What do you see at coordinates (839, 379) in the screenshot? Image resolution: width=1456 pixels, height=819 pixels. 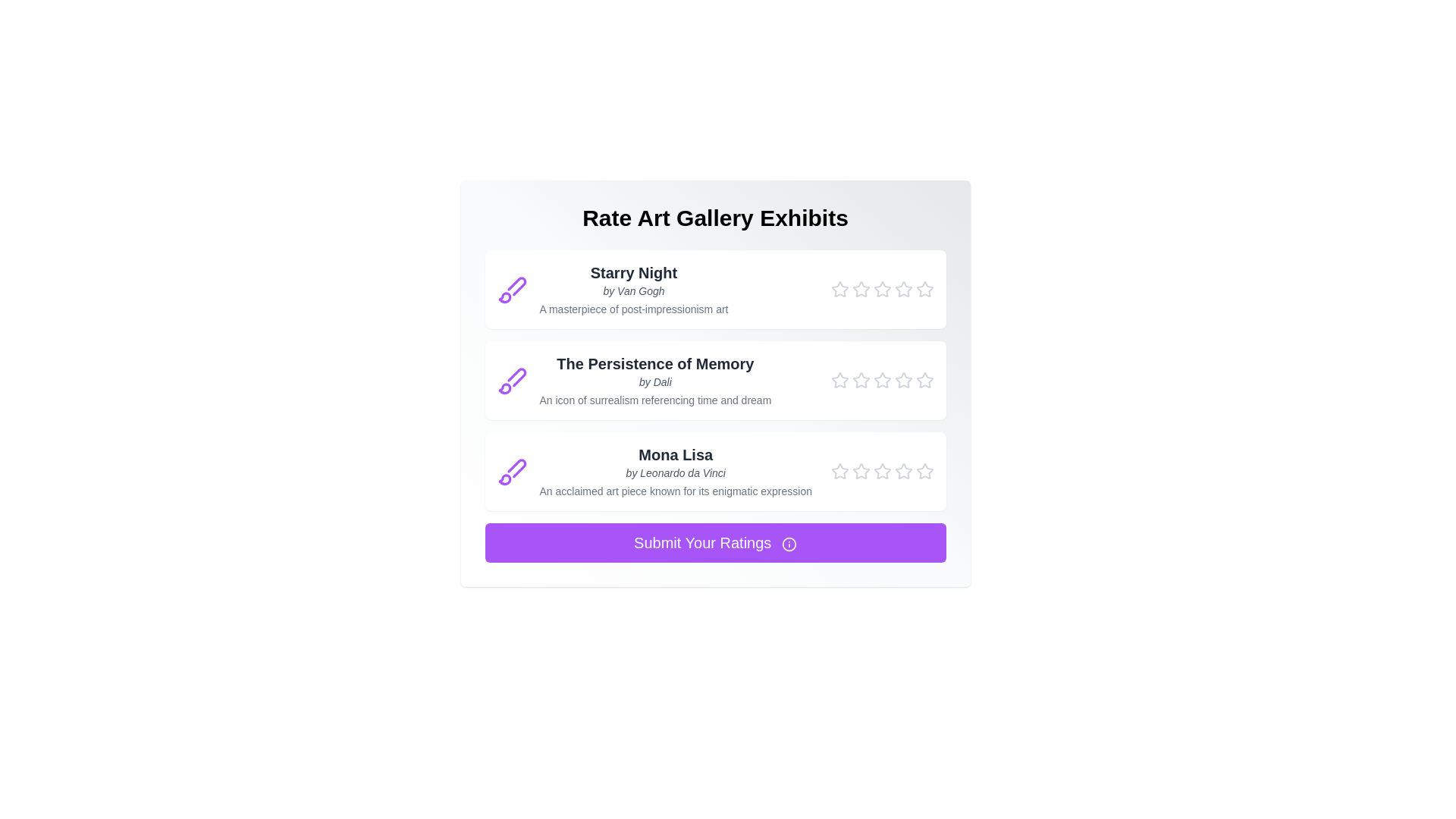 I see `the star corresponding to 1 for the painting titled The Persistence of Memory to set its rating` at bounding box center [839, 379].